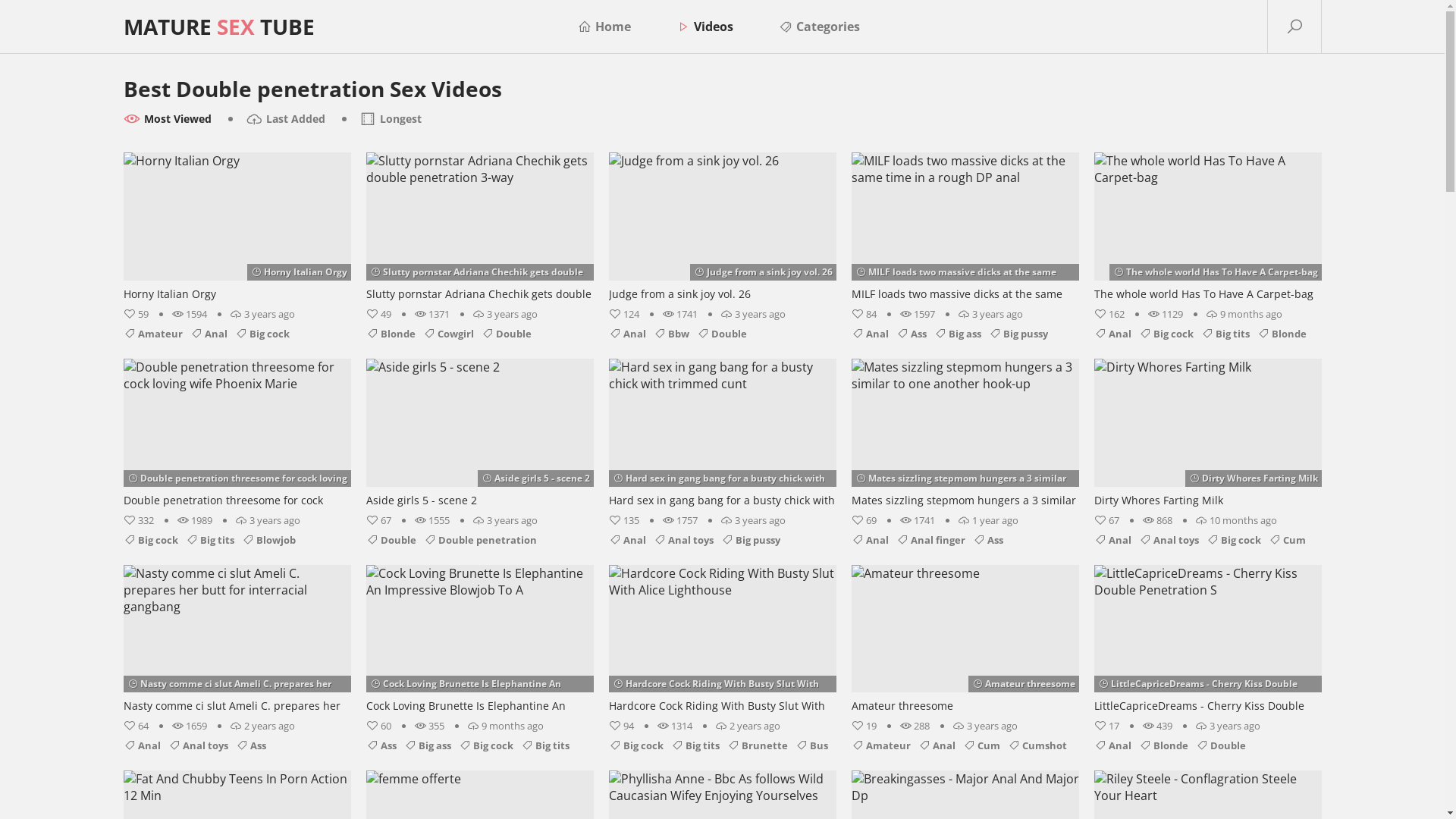 The height and width of the screenshot is (819, 1456). What do you see at coordinates (447, 332) in the screenshot?
I see `'Cowgirl'` at bounding box center [447, 332].